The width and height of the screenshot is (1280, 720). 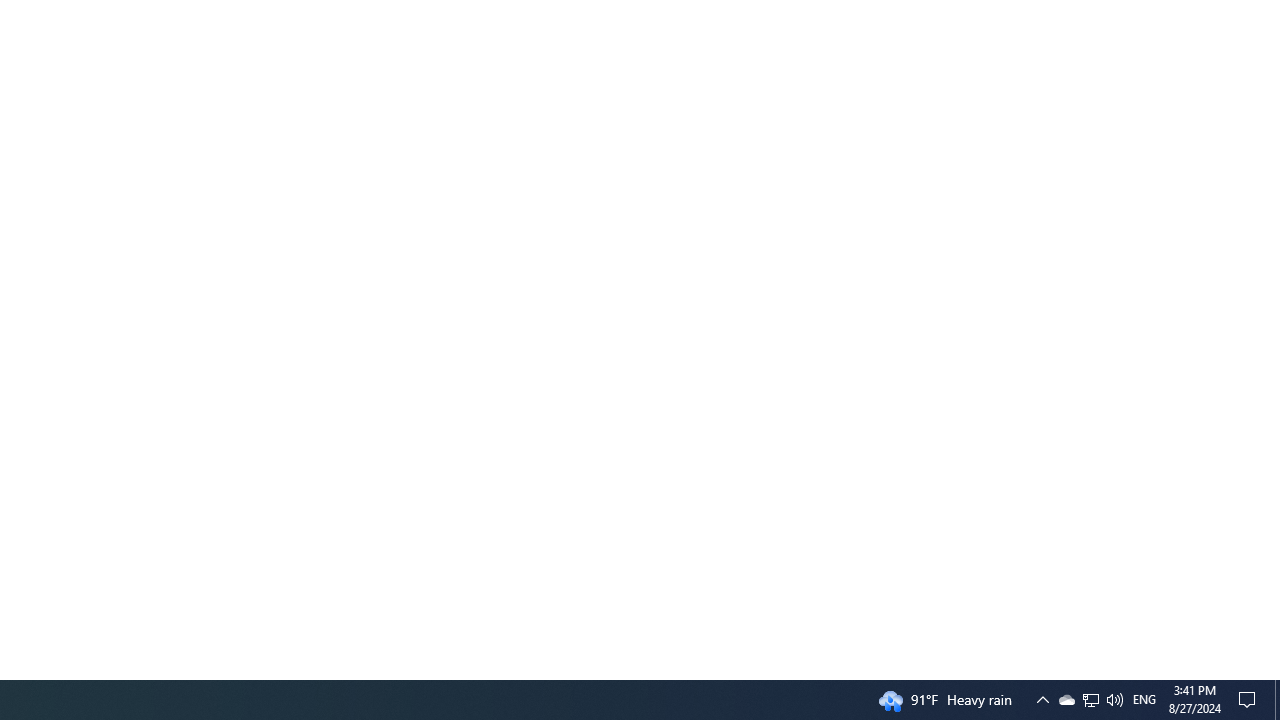 I want to click on 'Tray Input Indicator - English (United States)', so click(x=1144, y=698).